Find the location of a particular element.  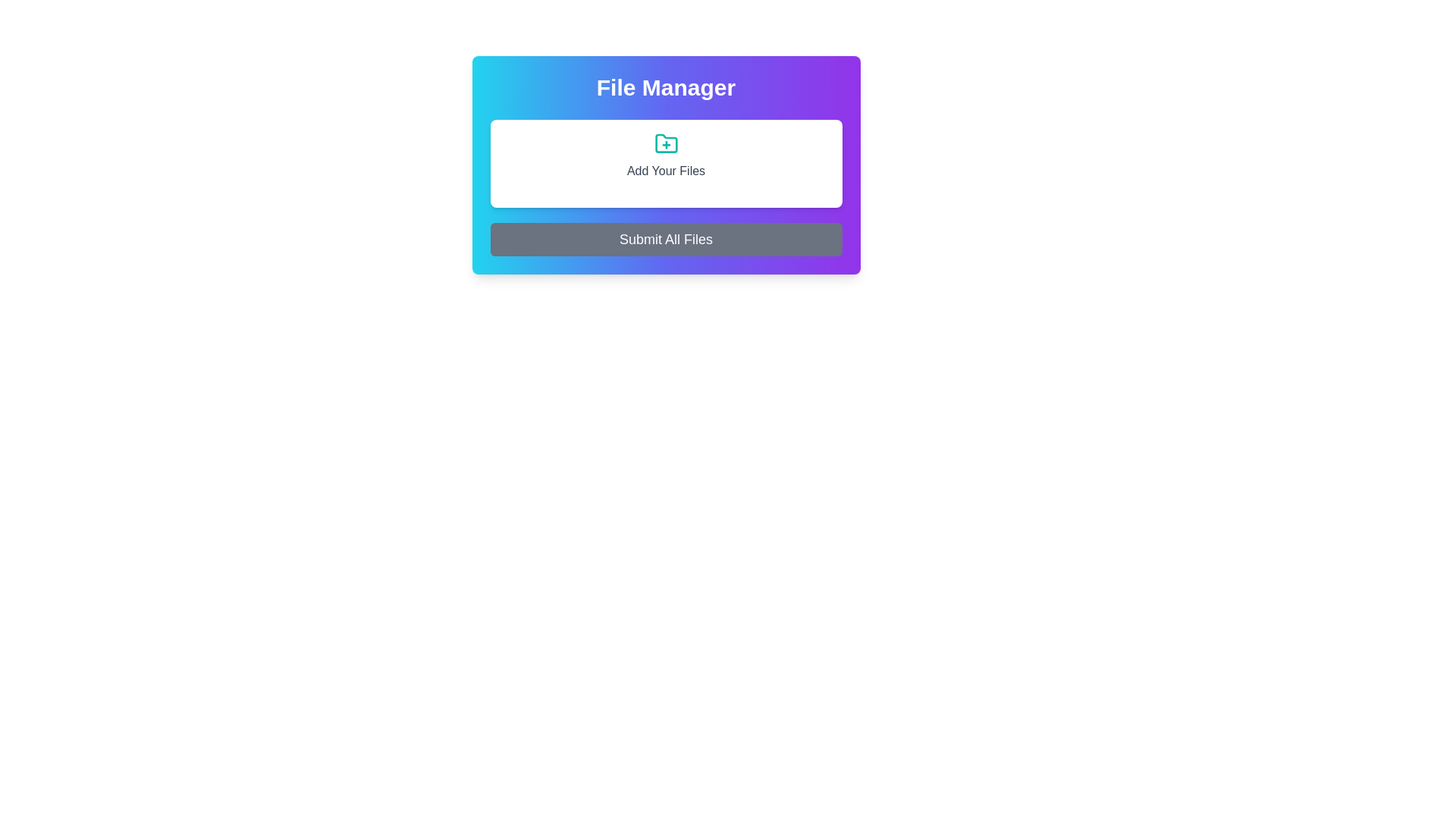

the text label 'Add Your Files' which is styled with a subdued gray color and located within a card component below the 'File Manager' title, directly above the 'Submit All Files' button is located at coordinates (666, 155).